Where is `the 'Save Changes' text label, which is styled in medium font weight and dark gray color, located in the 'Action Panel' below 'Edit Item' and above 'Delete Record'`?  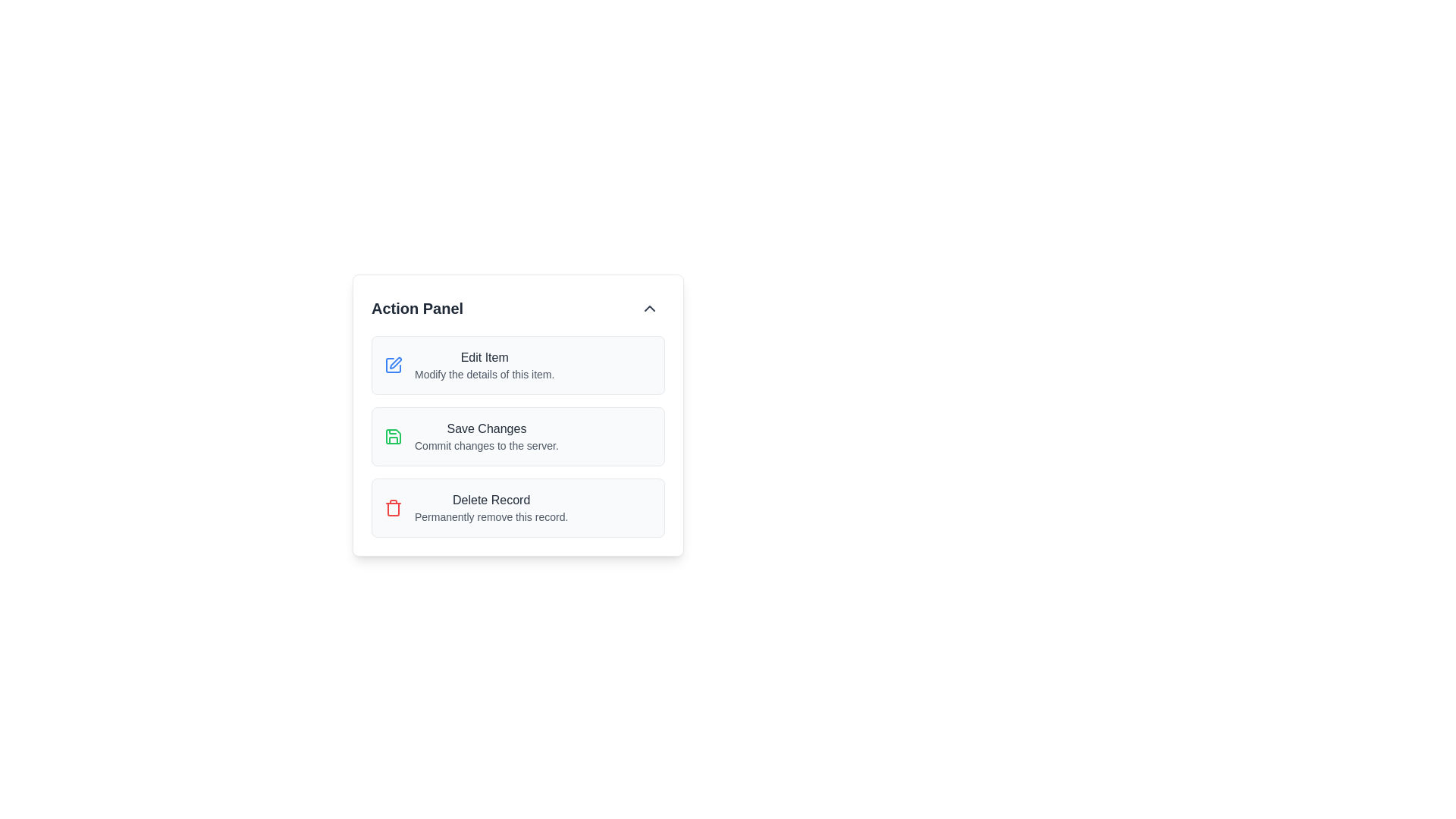
the 'Save Changes' text label, which is styled in medium font weight and dark gray color, located in the 'Action Panel' below 'Edit Item' and above 'Delete Record' is located at coordinates (486, 429).